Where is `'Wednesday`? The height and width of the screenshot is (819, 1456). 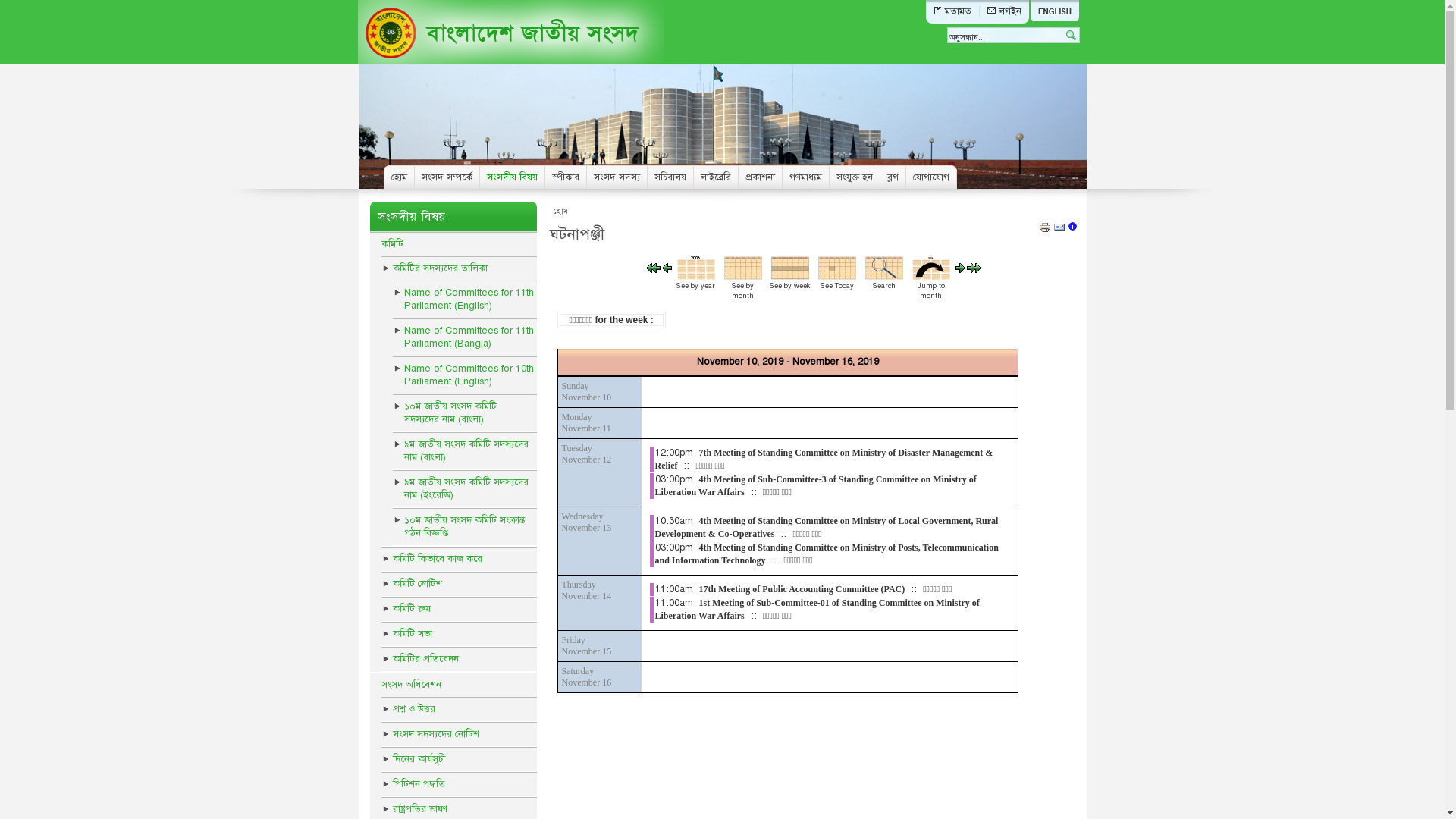
'Wednesday is located at coordinates (585, 521).